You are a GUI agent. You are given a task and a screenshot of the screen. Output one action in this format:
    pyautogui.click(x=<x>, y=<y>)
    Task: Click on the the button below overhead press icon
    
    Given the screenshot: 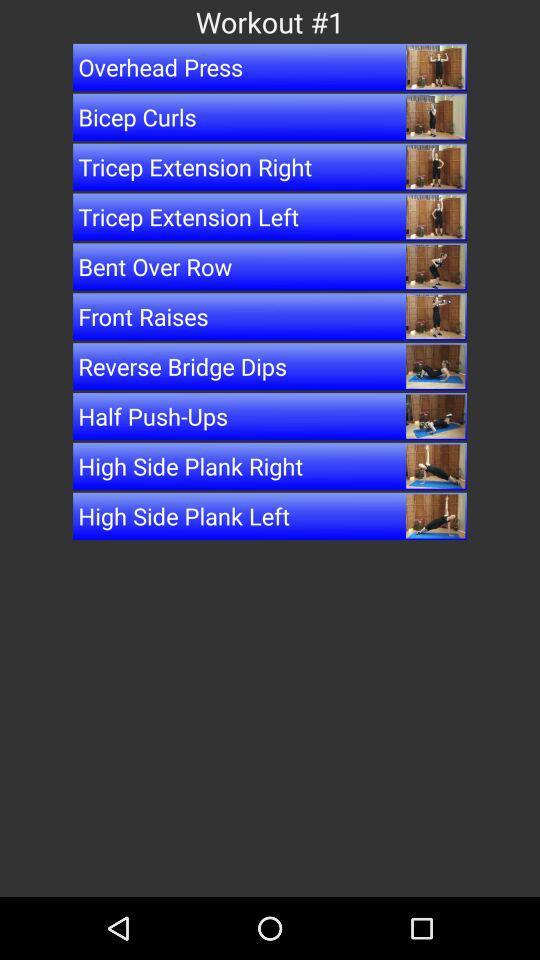 What is the action you would take?
    pyautogui.click(x=270, y=117)
    